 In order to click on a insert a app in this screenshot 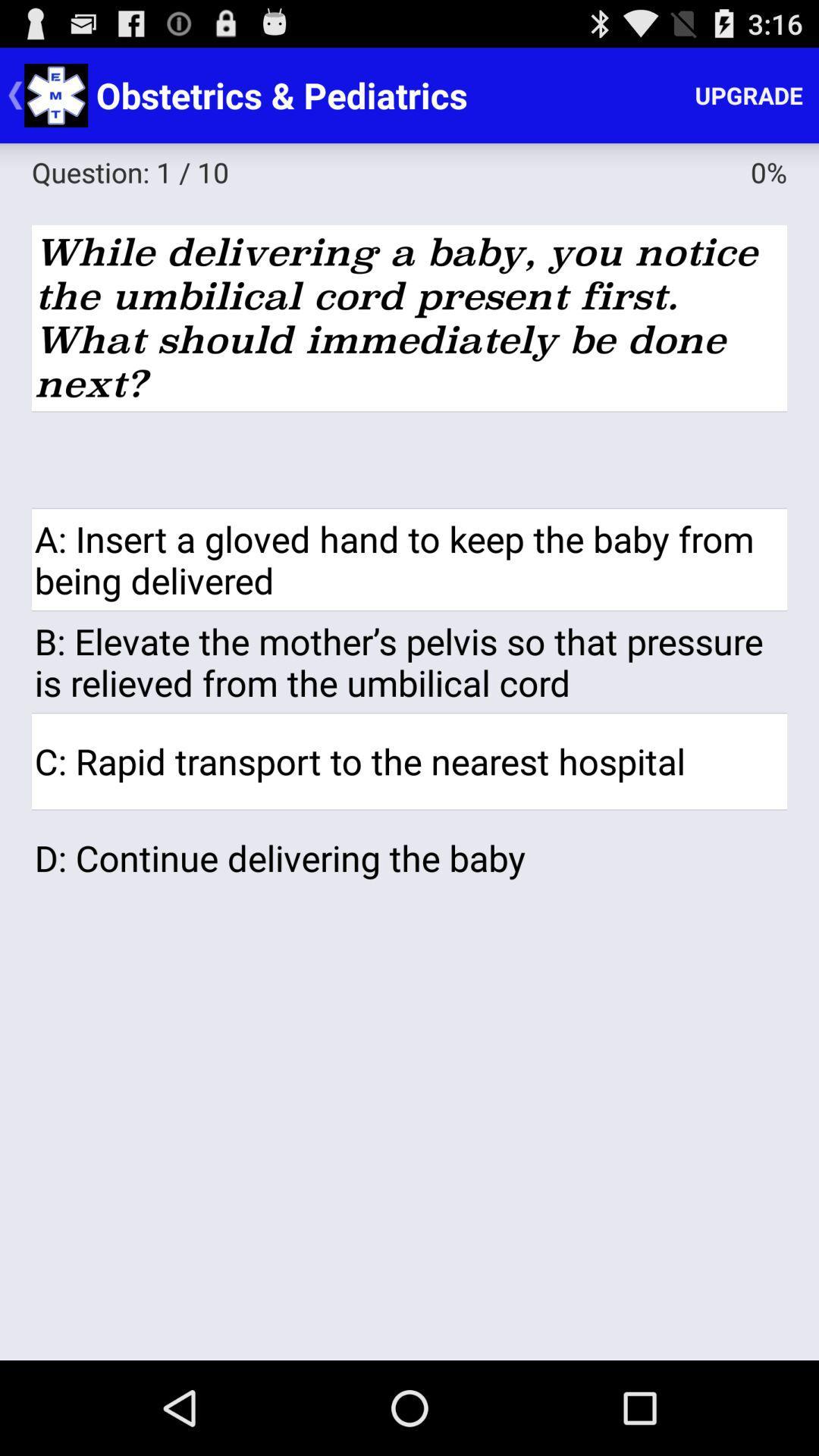, I will do `click(409, 559)`.